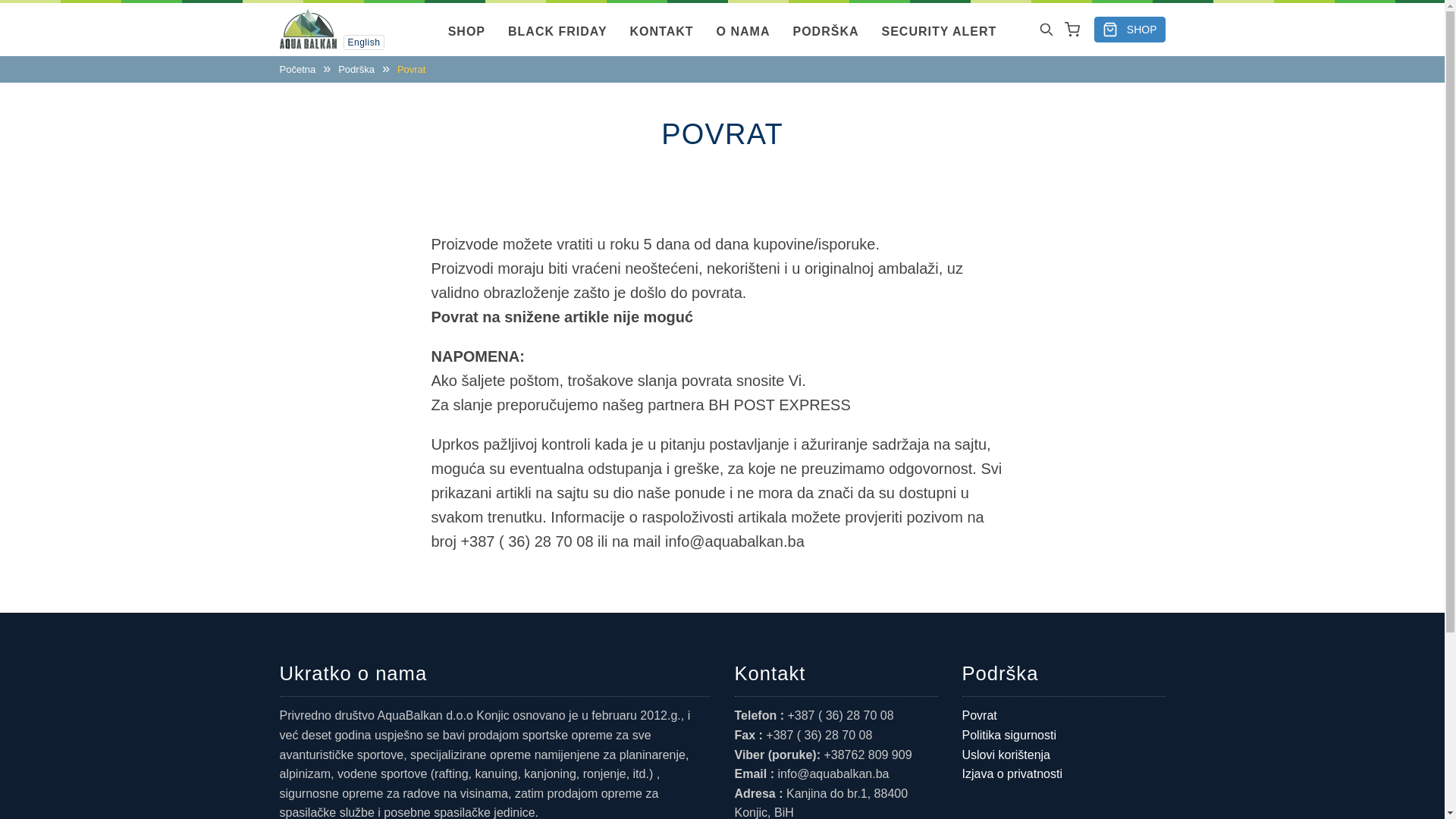 This screenshot has height=819, width=1456. Describe the element at coordinates (466, 32) in the screenshot. I see `'SHOP'` at that location.